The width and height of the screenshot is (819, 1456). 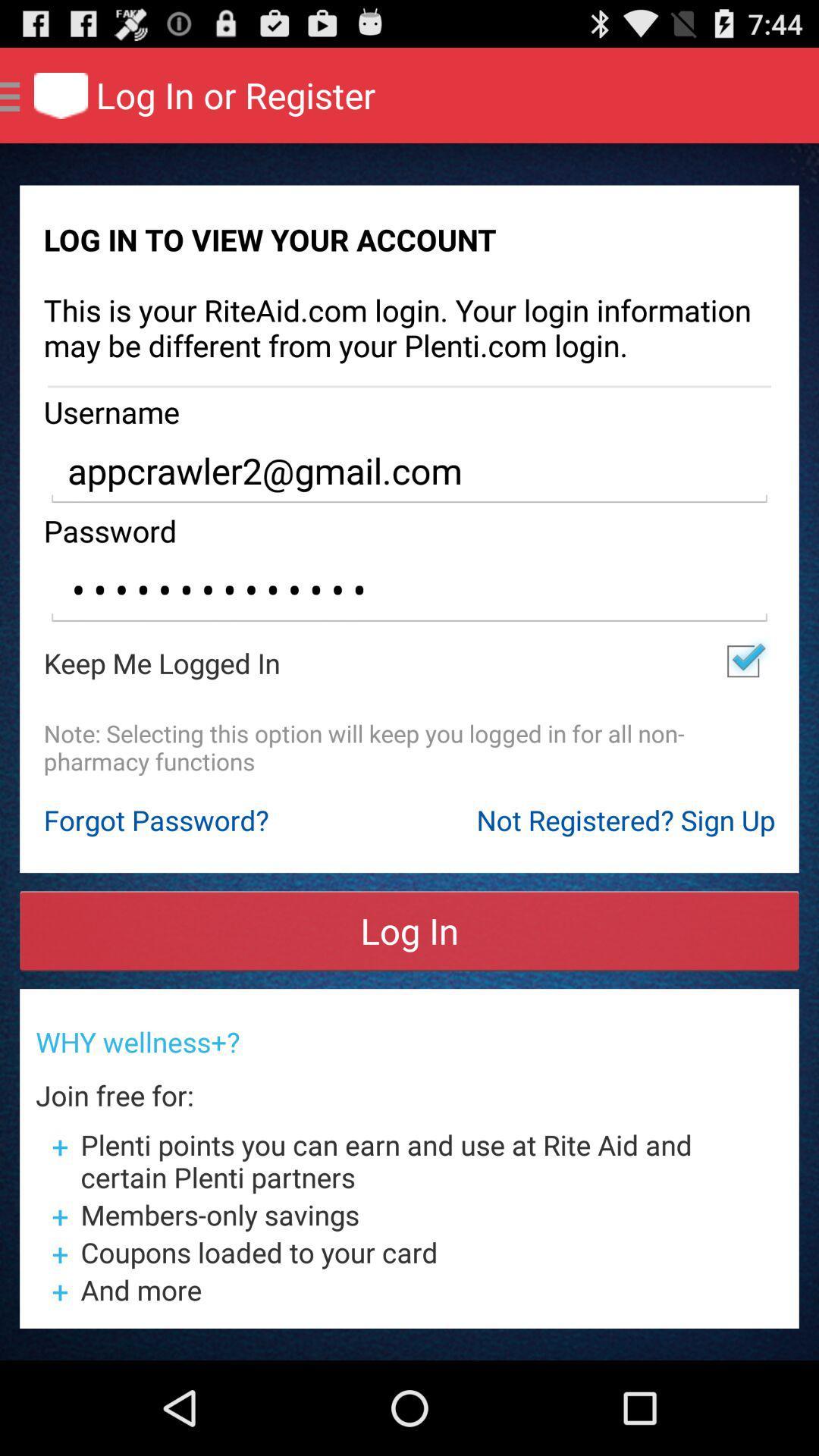 What do you see at coordinates (259, 819) in the screenshot?
I see `the icon above log in icon` at bounding box center [259, 819].